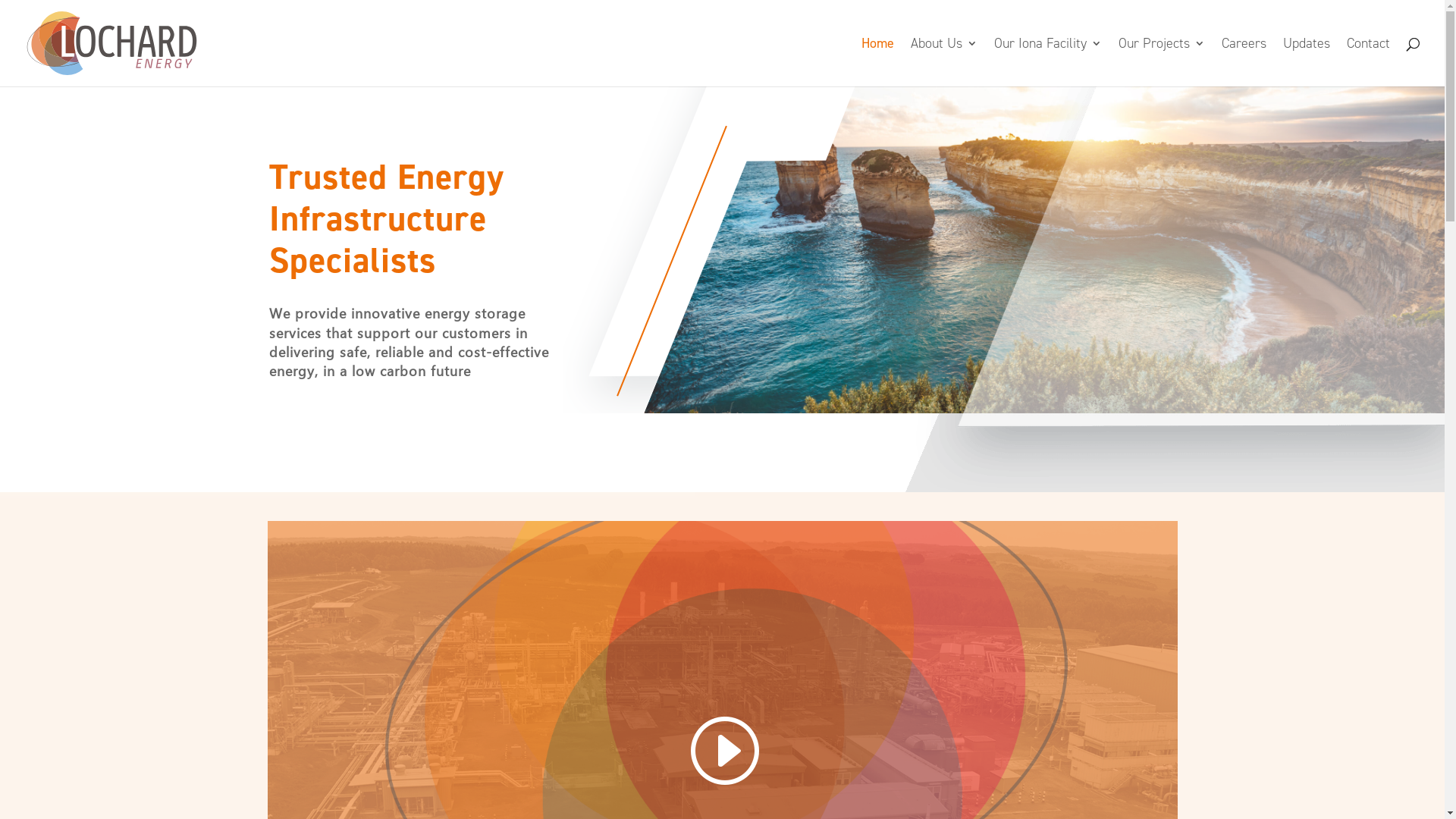  I want to click on 'Contact', so click(1368, 61).